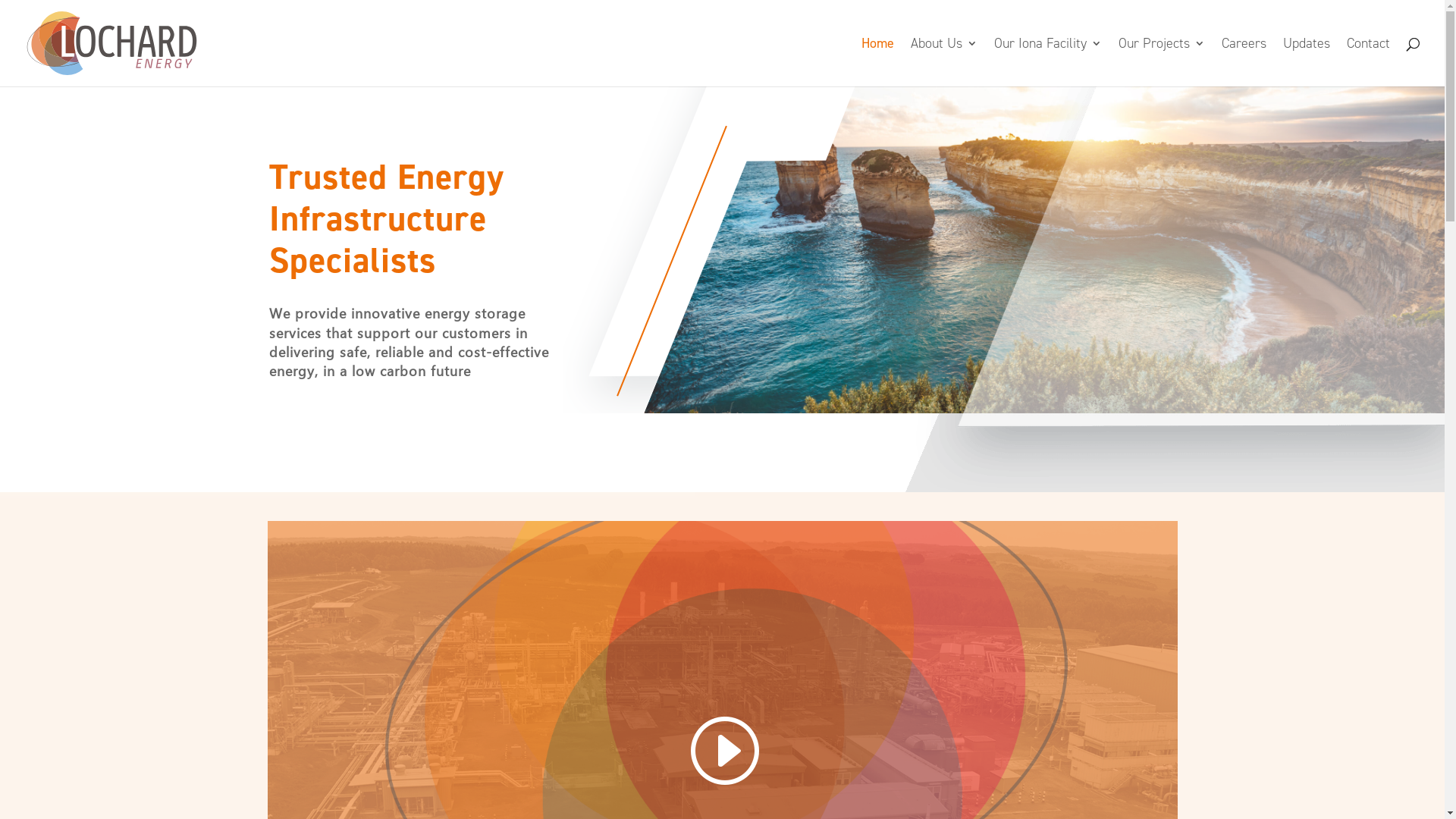  I want to click on 'Contact', so click(1368, 61).